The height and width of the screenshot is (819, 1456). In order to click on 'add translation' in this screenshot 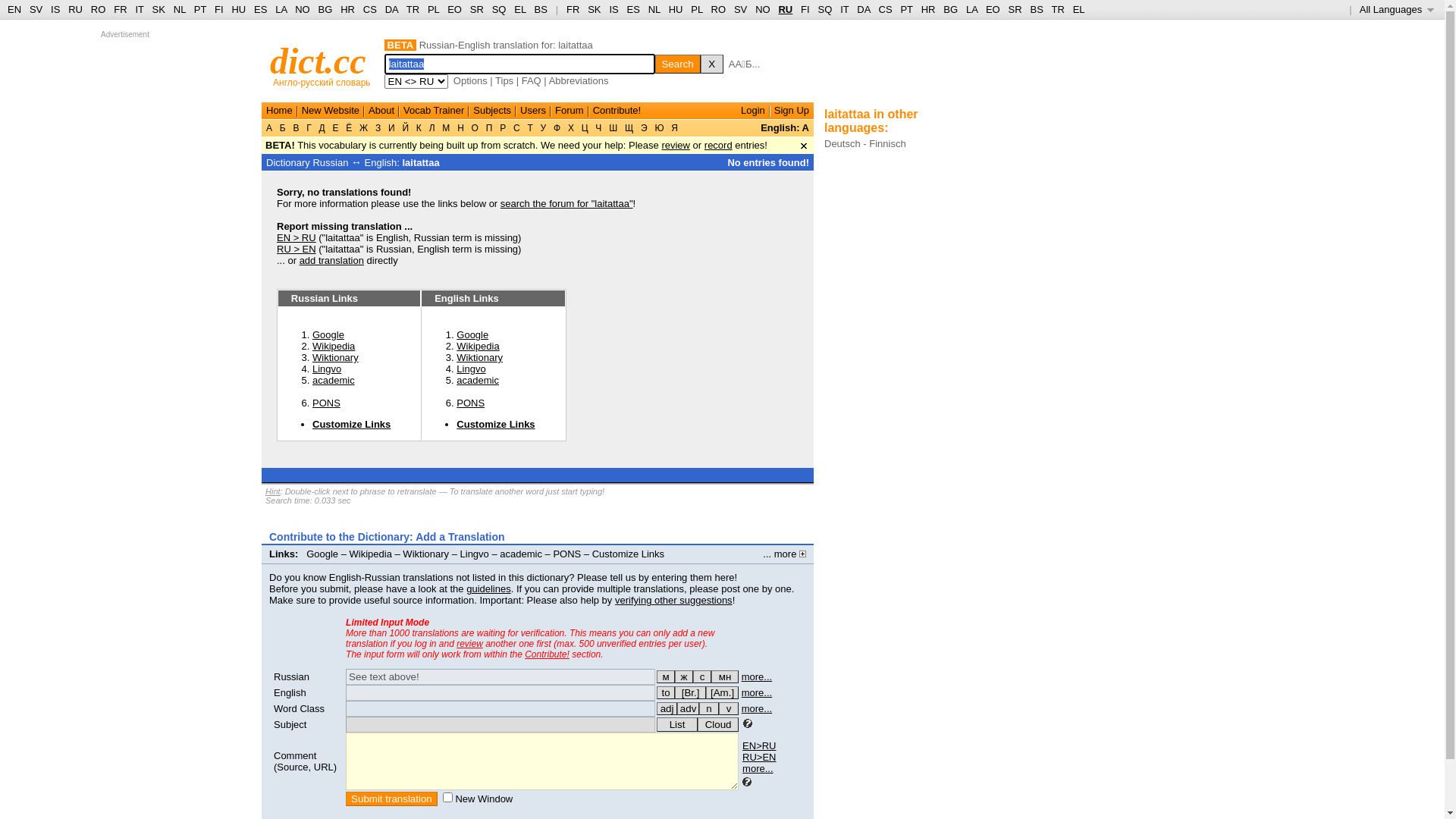, I will do `click(331, 259)`.